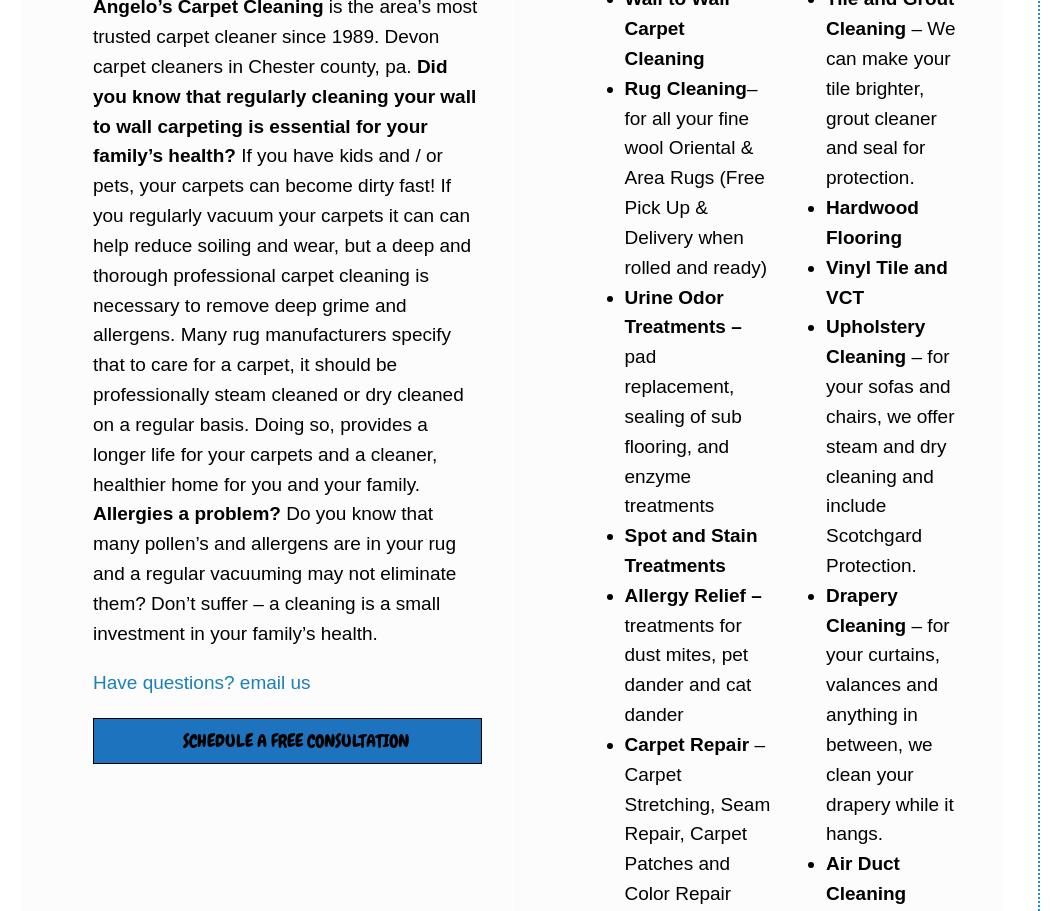  Describe the element at coordinates (682, 311) in the screenshot. I see `'Urine Odor Treatments –'` at that location.